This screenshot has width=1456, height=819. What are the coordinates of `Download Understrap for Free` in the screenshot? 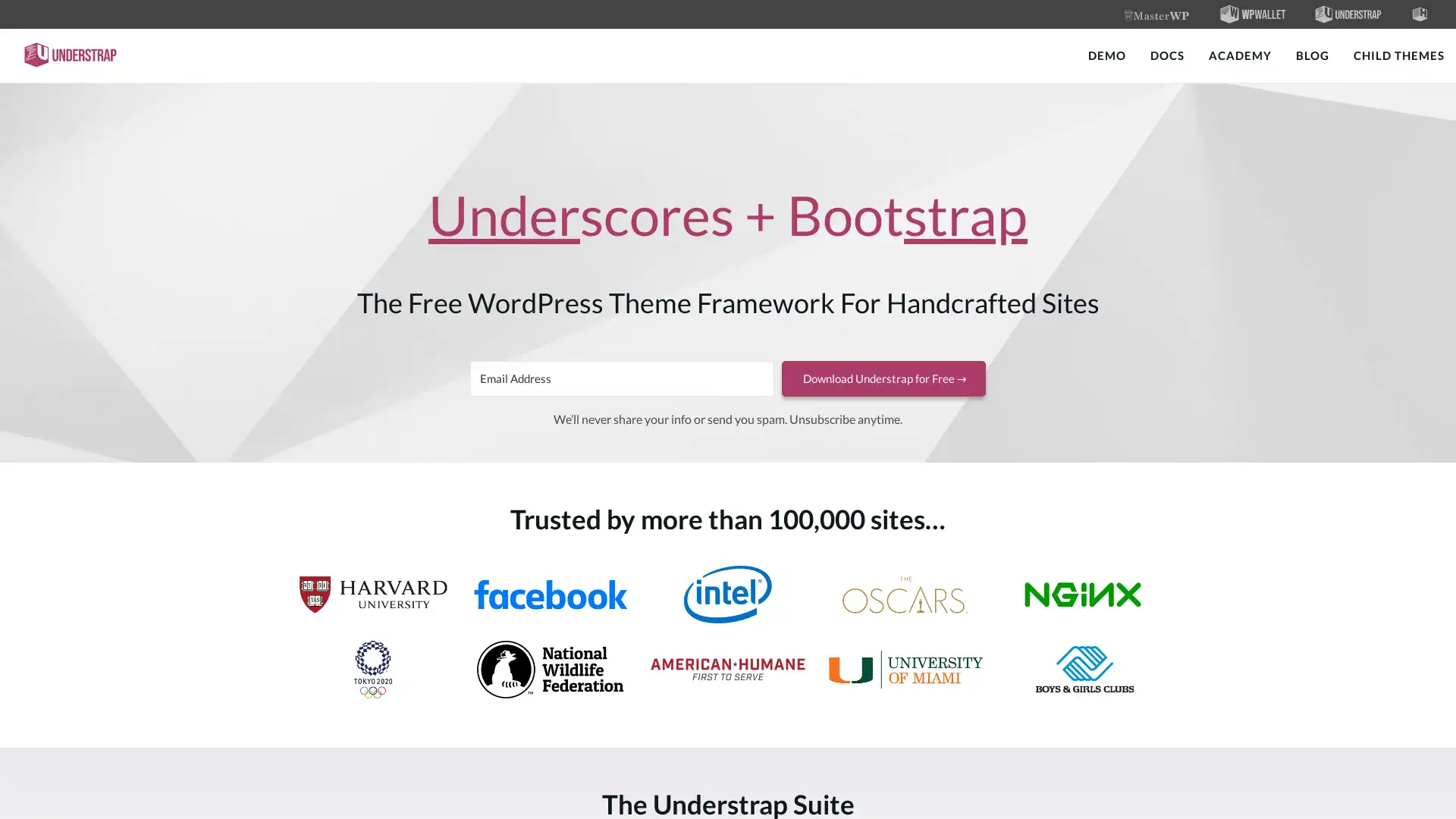 It's located at (883, 375).